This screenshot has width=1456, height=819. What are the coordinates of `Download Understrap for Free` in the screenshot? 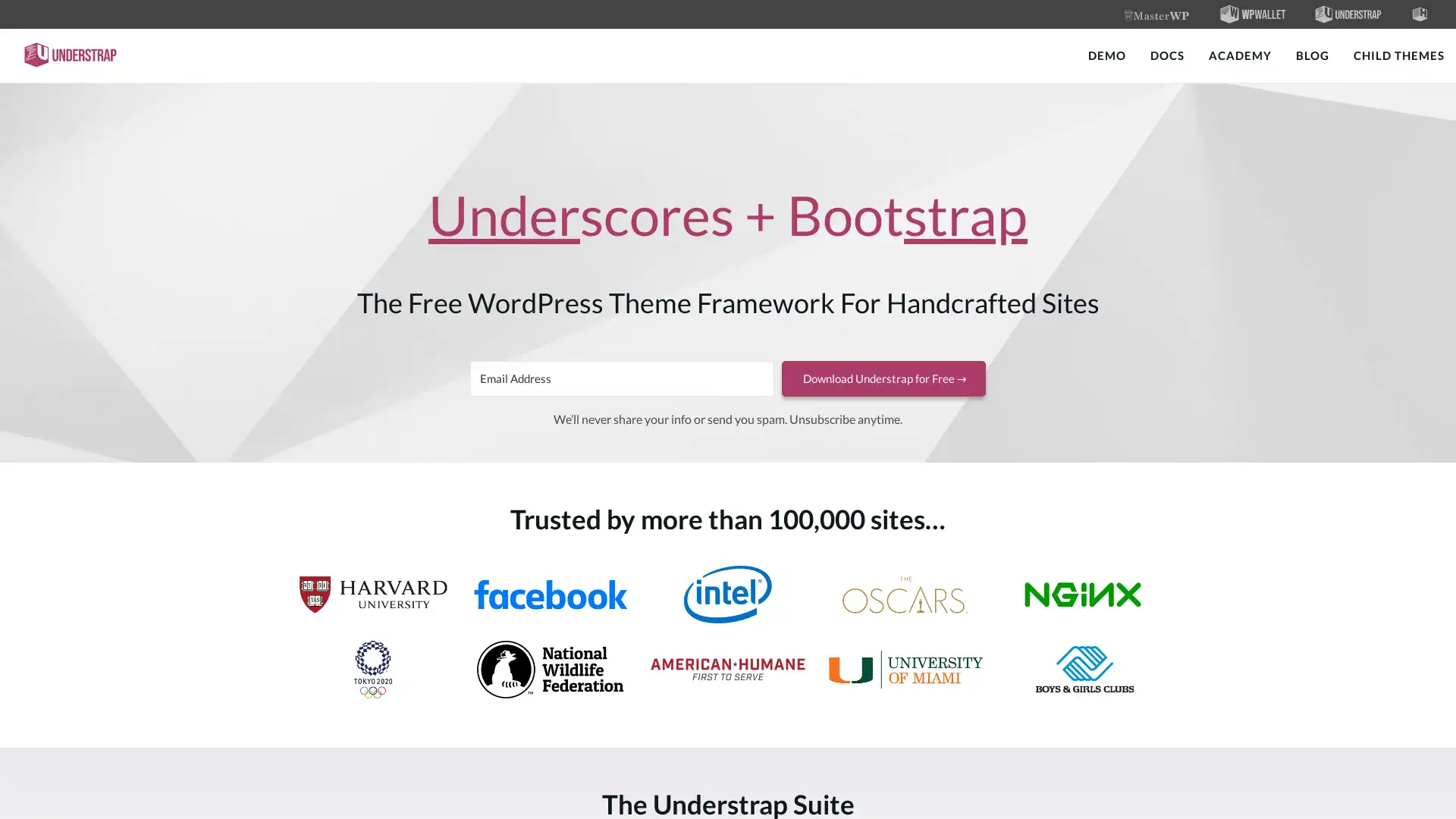 It's located at (883, 375).